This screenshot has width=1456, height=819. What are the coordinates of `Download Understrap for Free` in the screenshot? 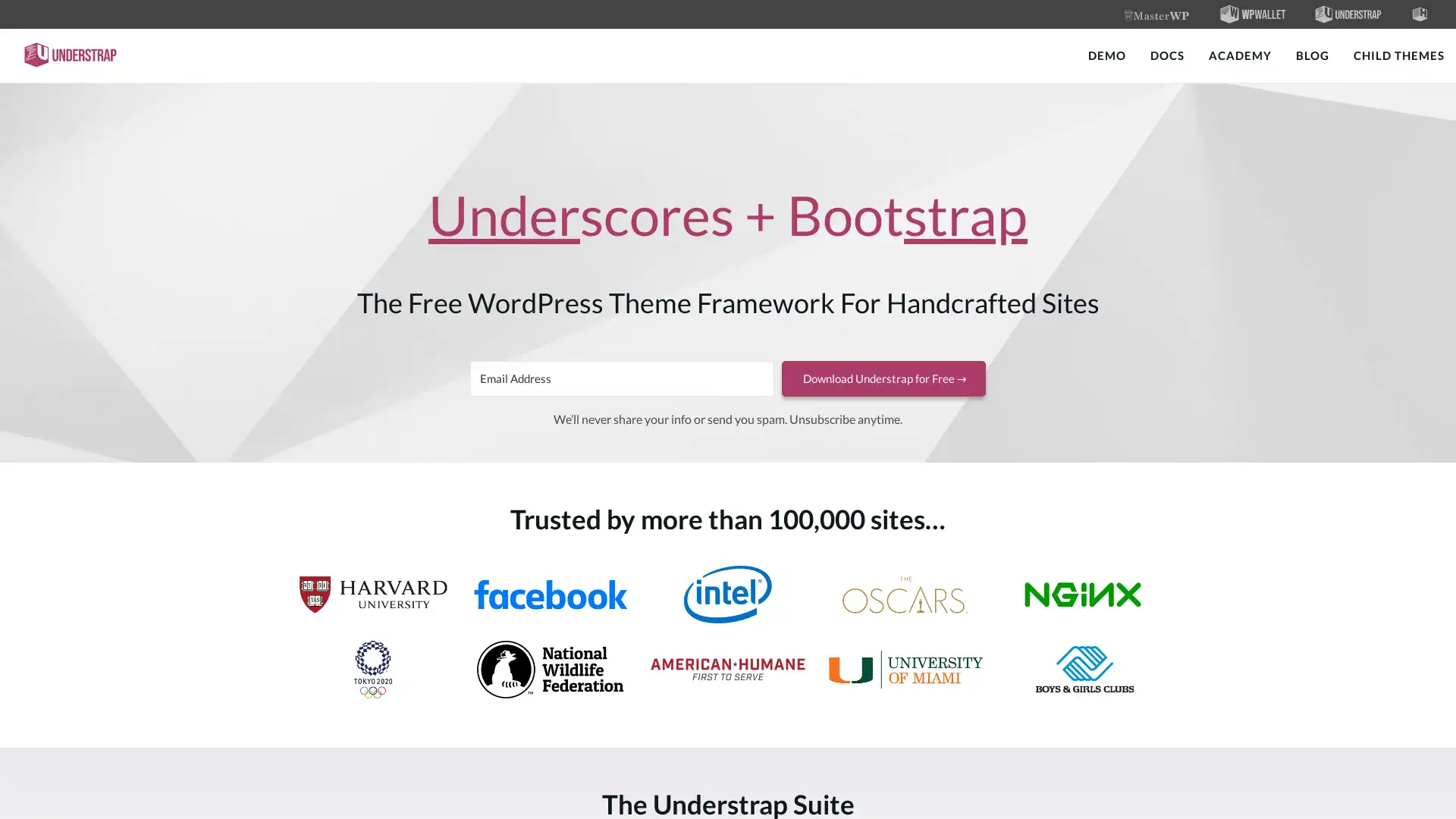 It's located at (883, 375).